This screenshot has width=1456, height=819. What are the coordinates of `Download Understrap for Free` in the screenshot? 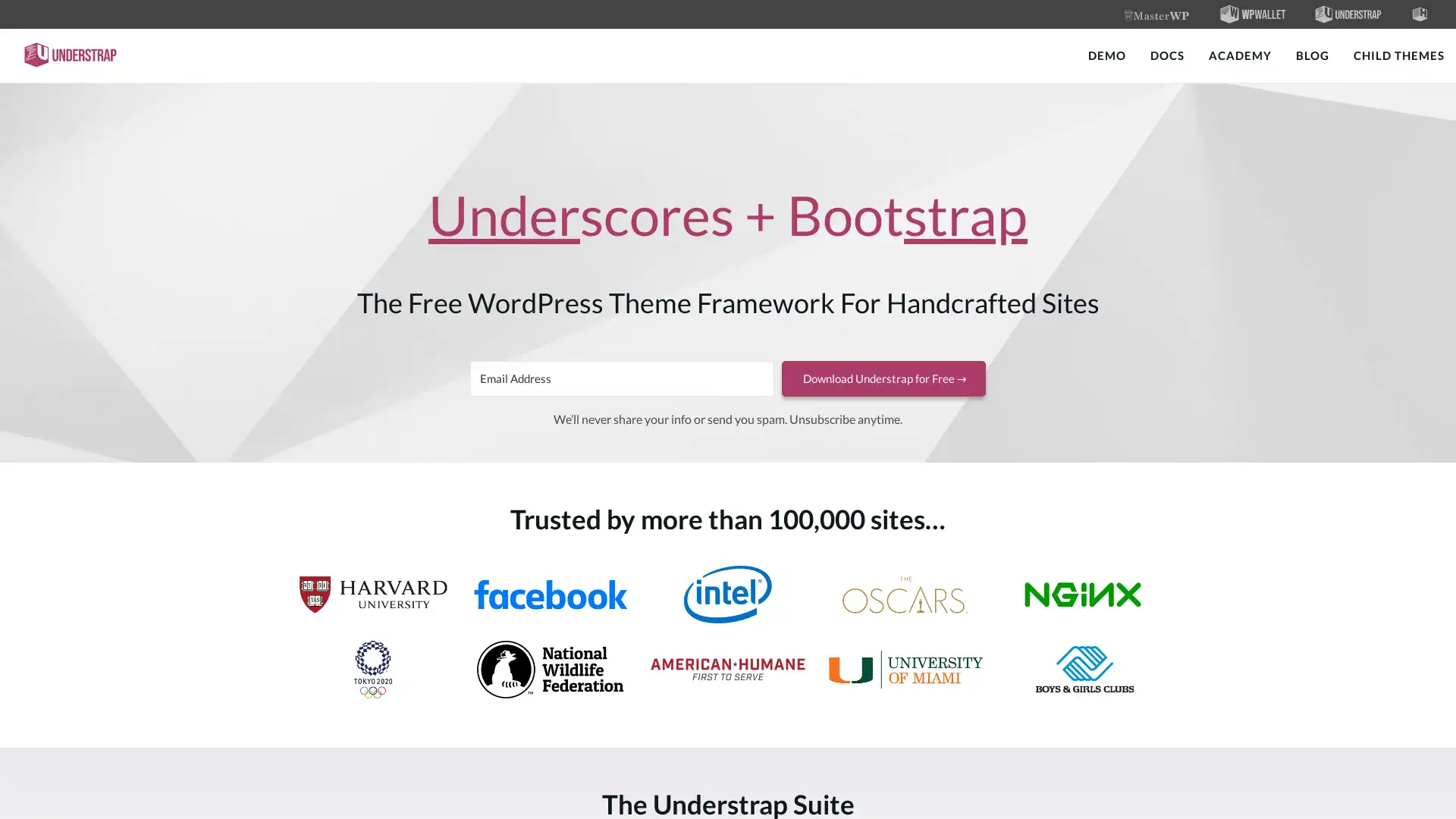 It's located at (883, 375).